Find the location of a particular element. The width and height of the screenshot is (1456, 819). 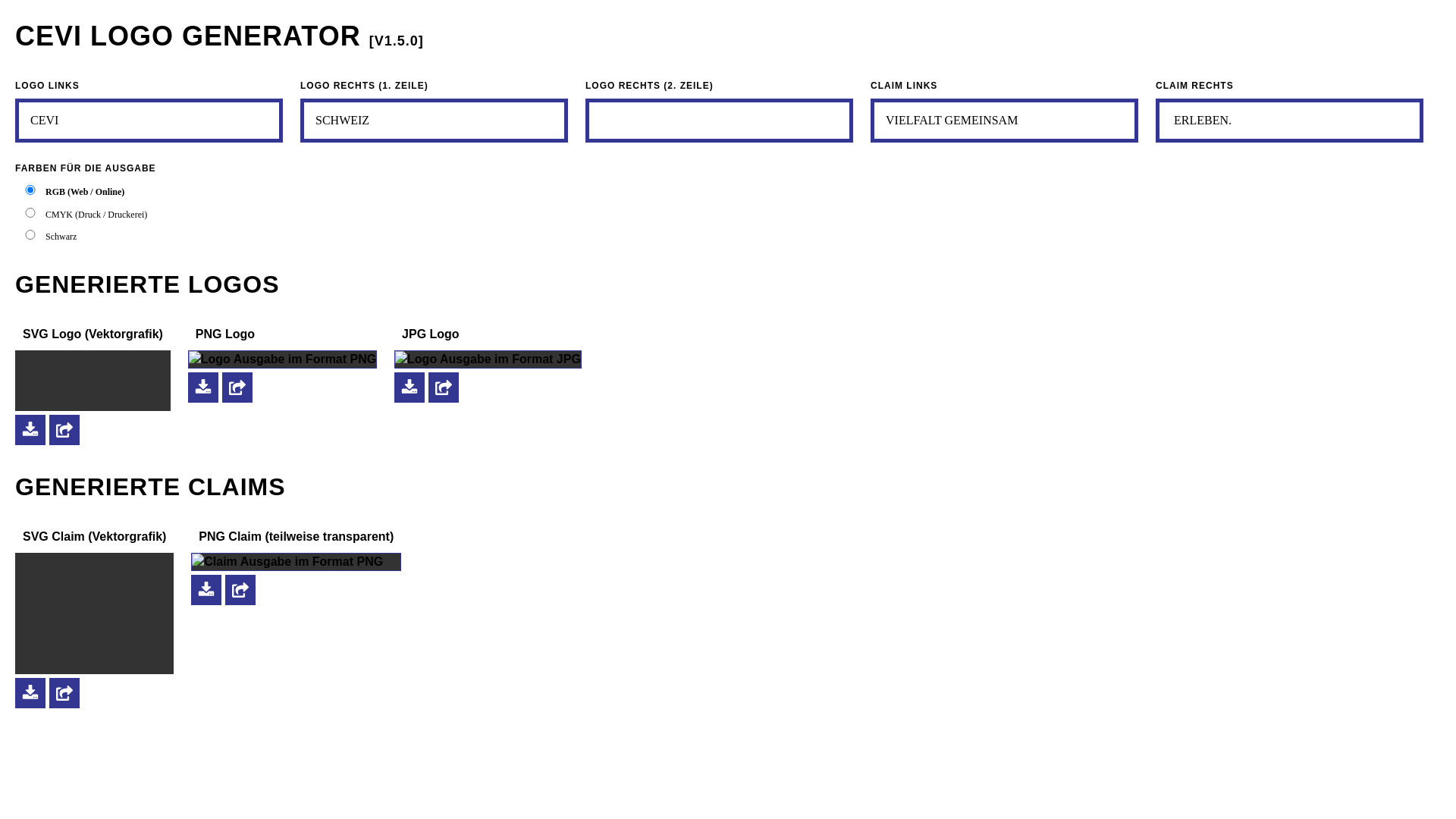

'Share JPG Logo' is located at coordinates (443, 385).